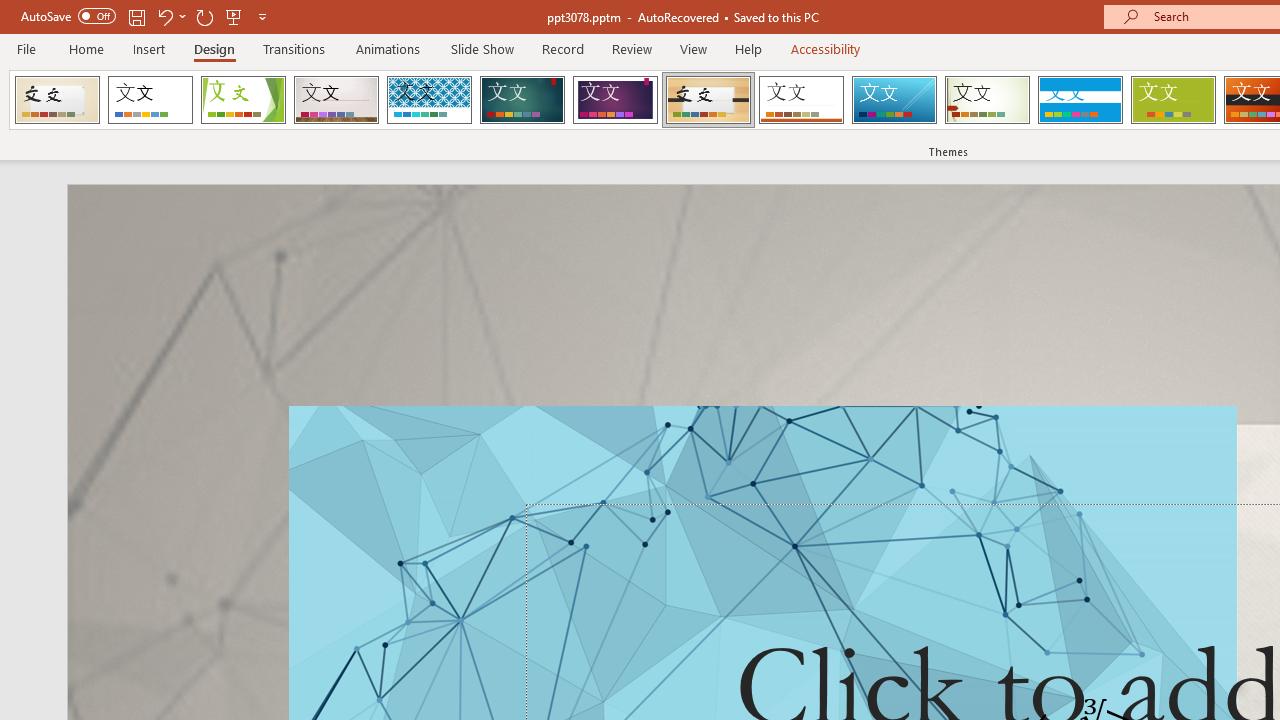 The width and height of the screenshot is (1280, 720). I want to click on 'Slice', so click(893, 100).